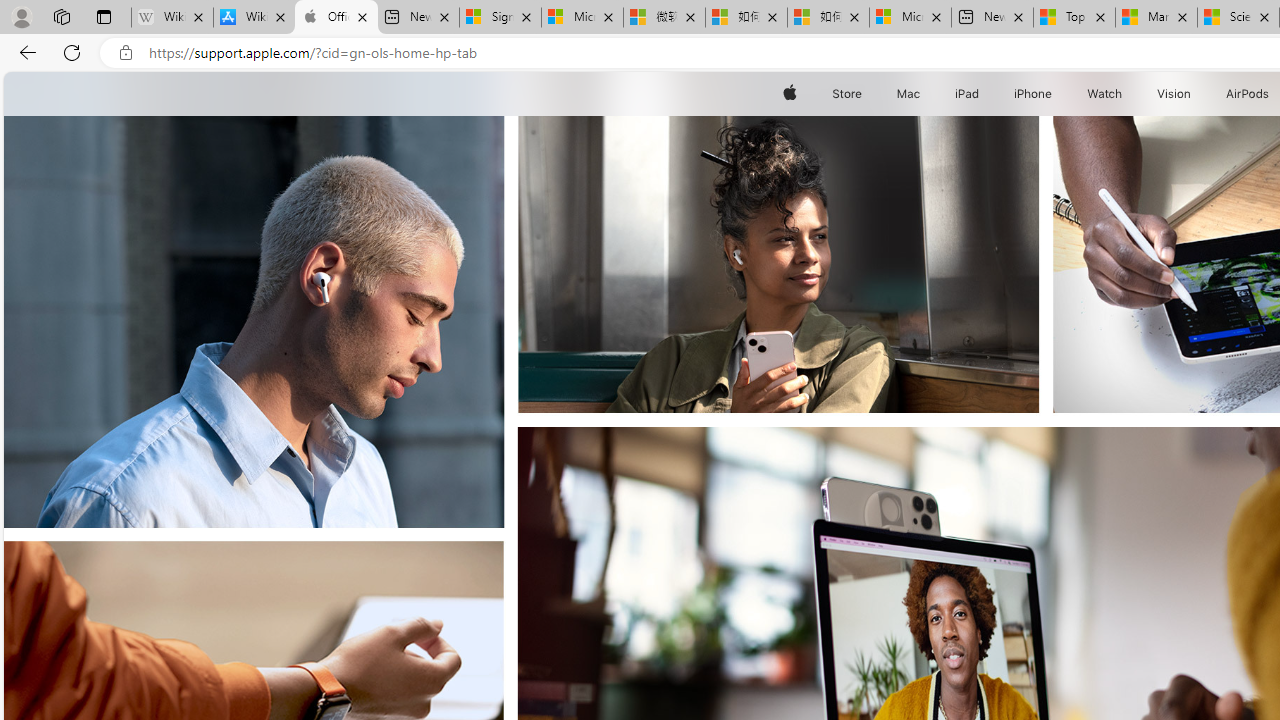 The width and height of the screenshot is (1280, 720). What do you see at coordinates (1195, 93) in the screenshot?
I see `'Class: globalnav-submenu-trigger-item'` at bounding box center [1195, 93].